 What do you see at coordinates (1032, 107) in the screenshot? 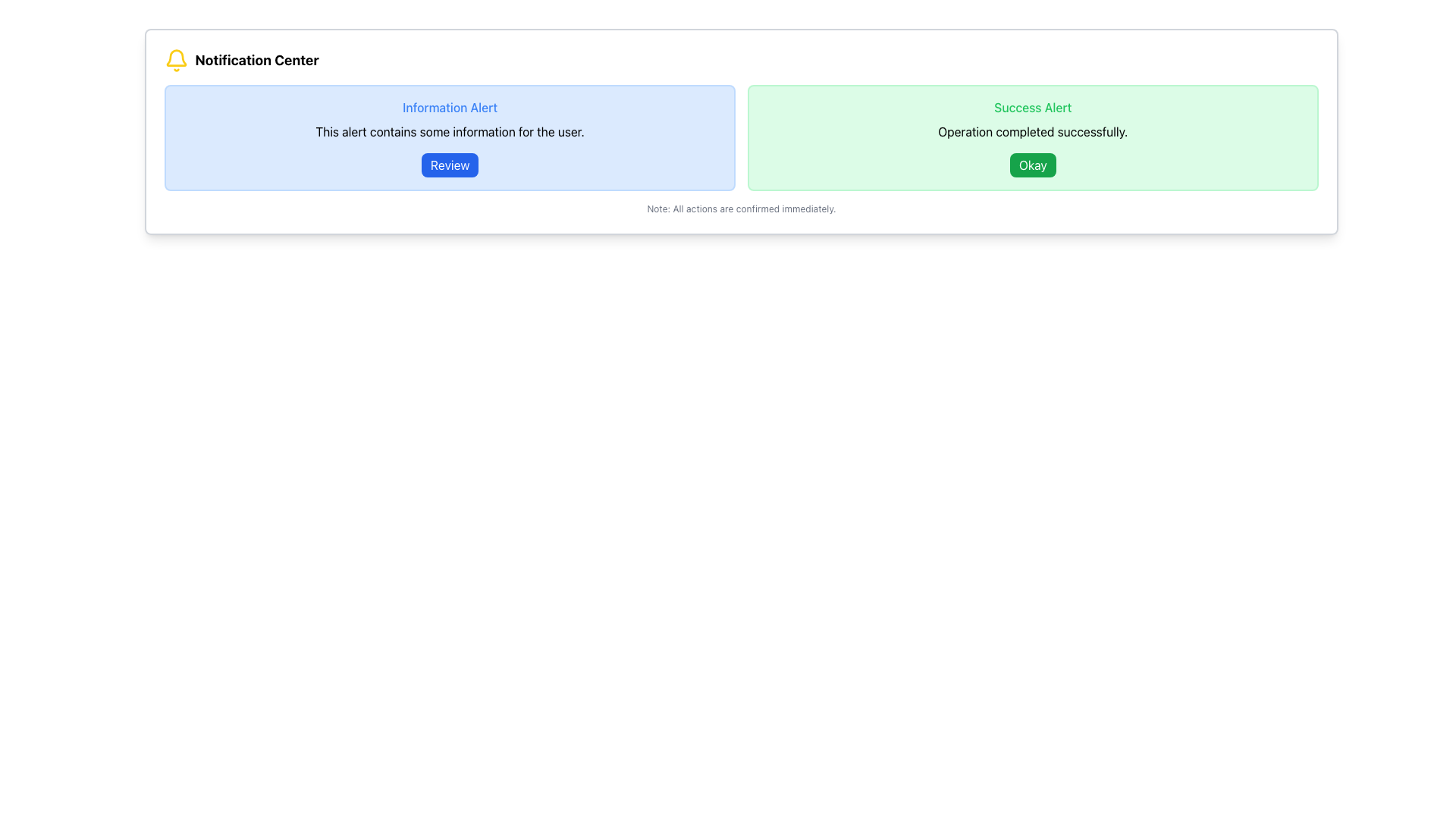
I see `the text label displaying 'Success Alert' which is in medium green font on a light green background, located above the 'Operation completed successfully.' text and the 'Okay' button` at bounding box center [1032, 107].